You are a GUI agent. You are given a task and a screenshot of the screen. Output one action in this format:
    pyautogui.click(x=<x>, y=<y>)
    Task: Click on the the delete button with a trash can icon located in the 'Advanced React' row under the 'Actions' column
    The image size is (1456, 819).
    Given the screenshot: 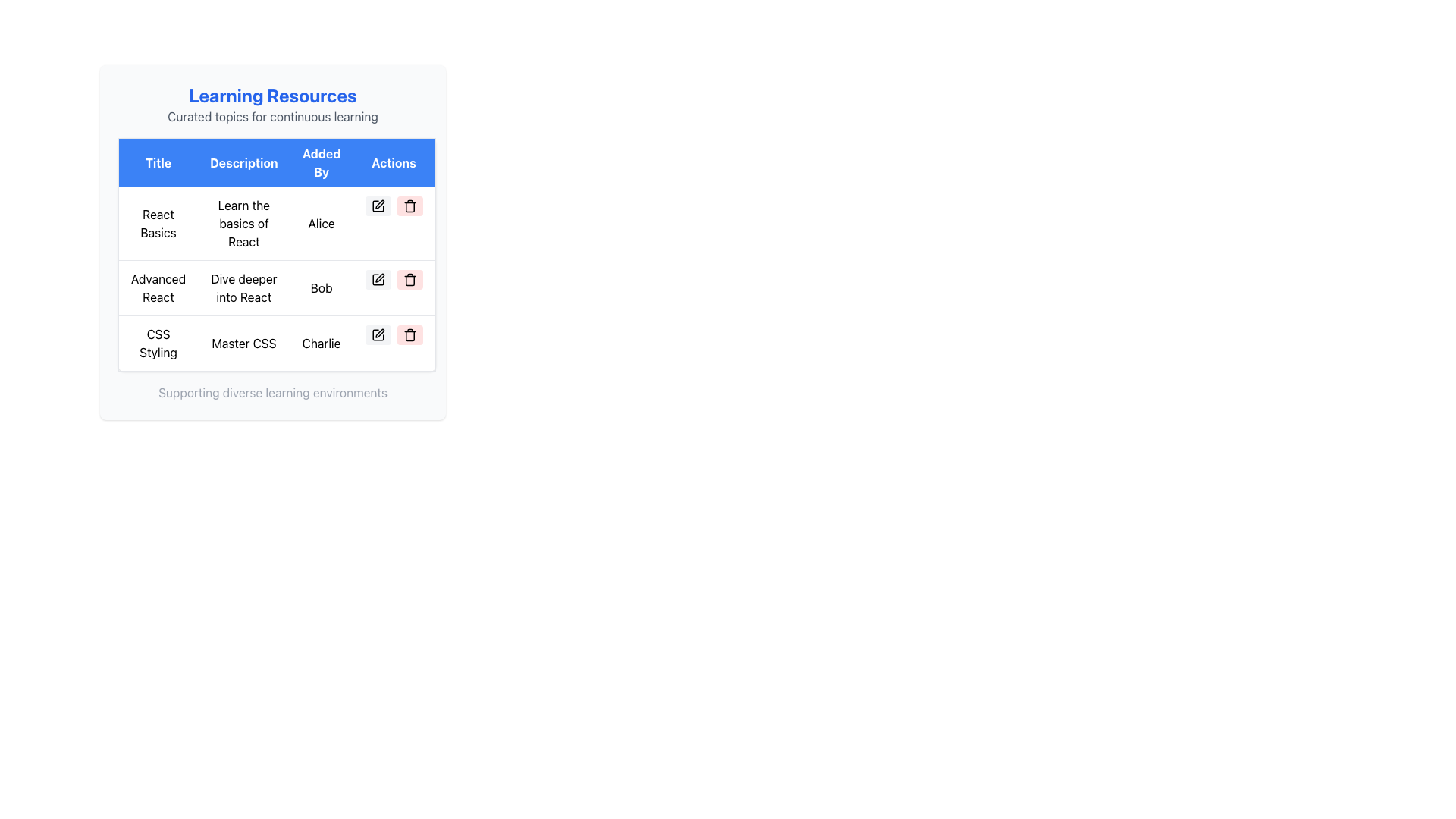 What is the action you would take?
    pyautogui.click(x=409, y=280)
    